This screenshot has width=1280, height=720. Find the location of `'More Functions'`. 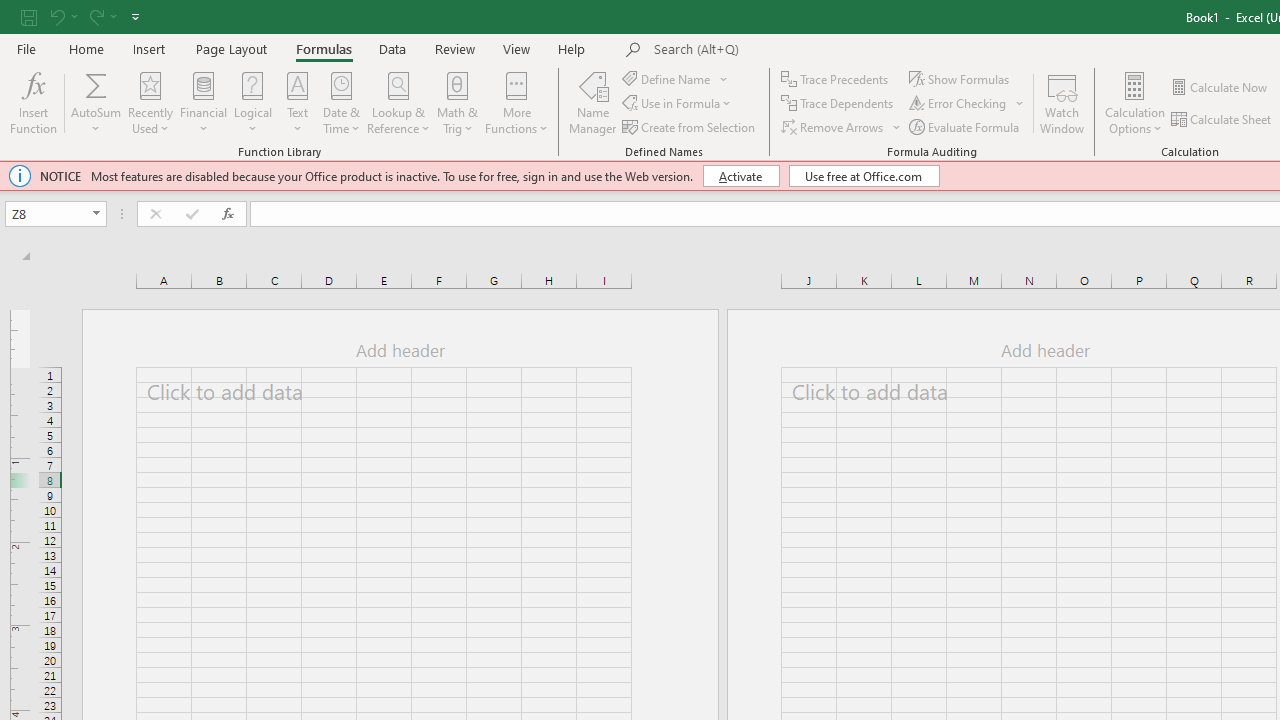

'More Functions' is located at coordinates (516, 103).